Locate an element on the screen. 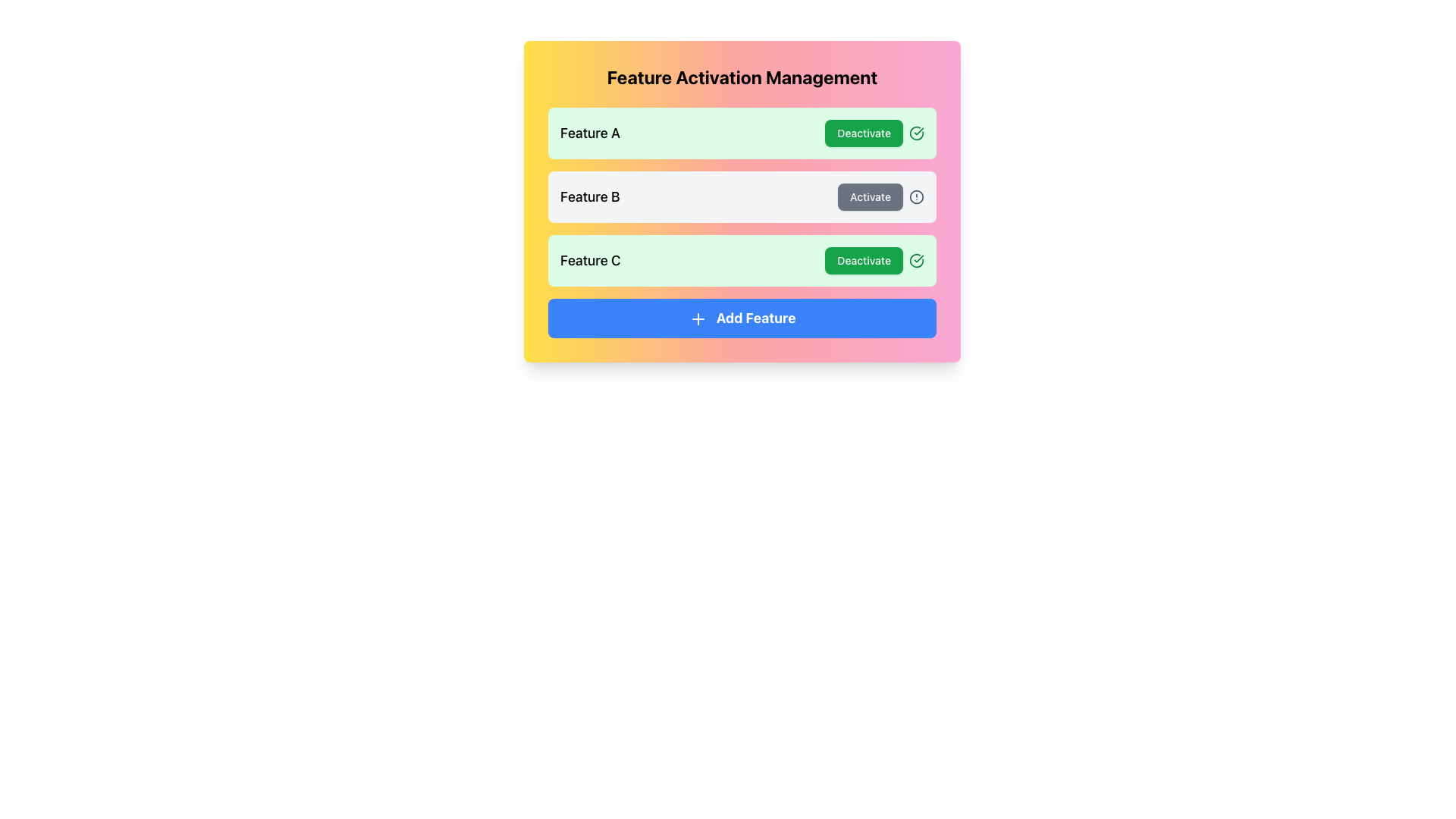  the 'Activate' button in the Card row section displaying 'Feature B' is located at coordinates (742, 201).